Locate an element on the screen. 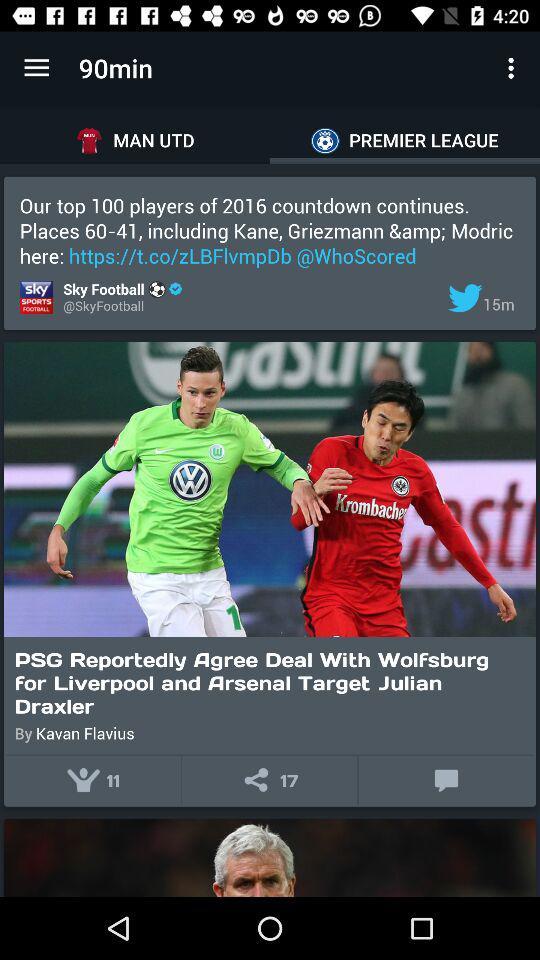 The width and height of the screenshot is (540, 960). icon below the man utd is located at coordinates (270, 230).